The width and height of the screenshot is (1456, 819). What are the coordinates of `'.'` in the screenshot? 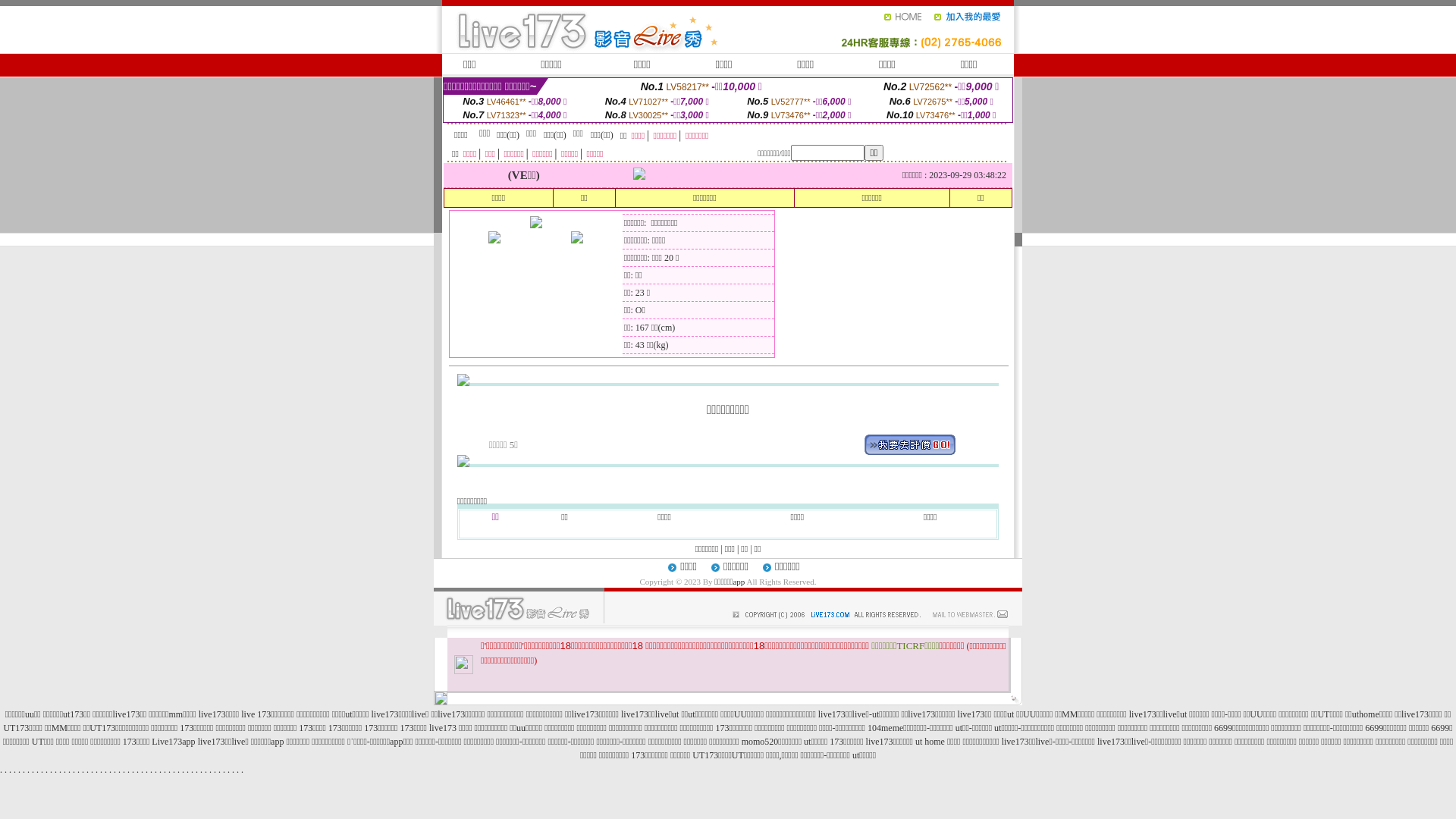 It's located at (33, 769).